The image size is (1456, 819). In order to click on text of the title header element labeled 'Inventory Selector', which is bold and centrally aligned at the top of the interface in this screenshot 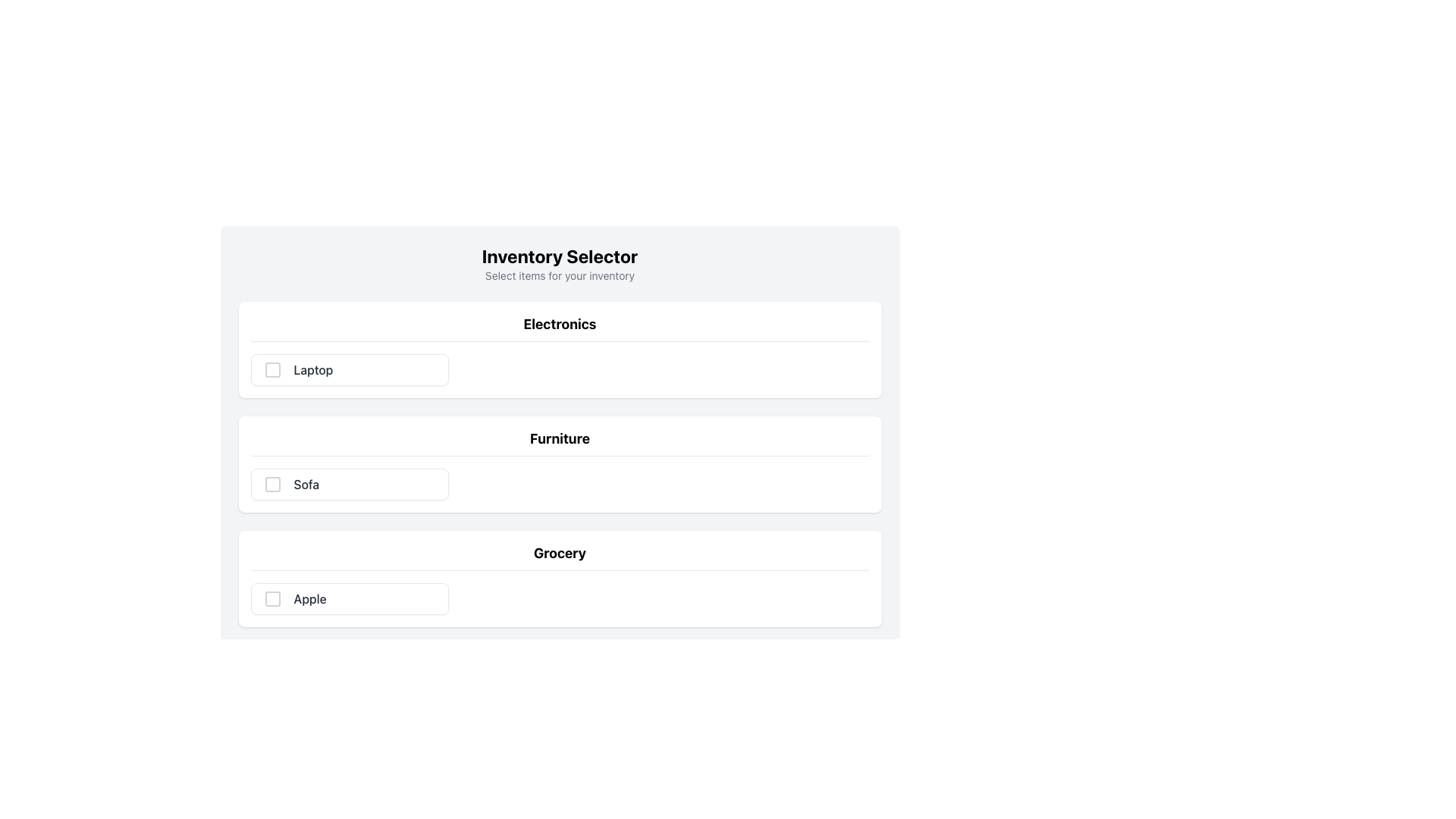, I will do `click(559, 256)`.